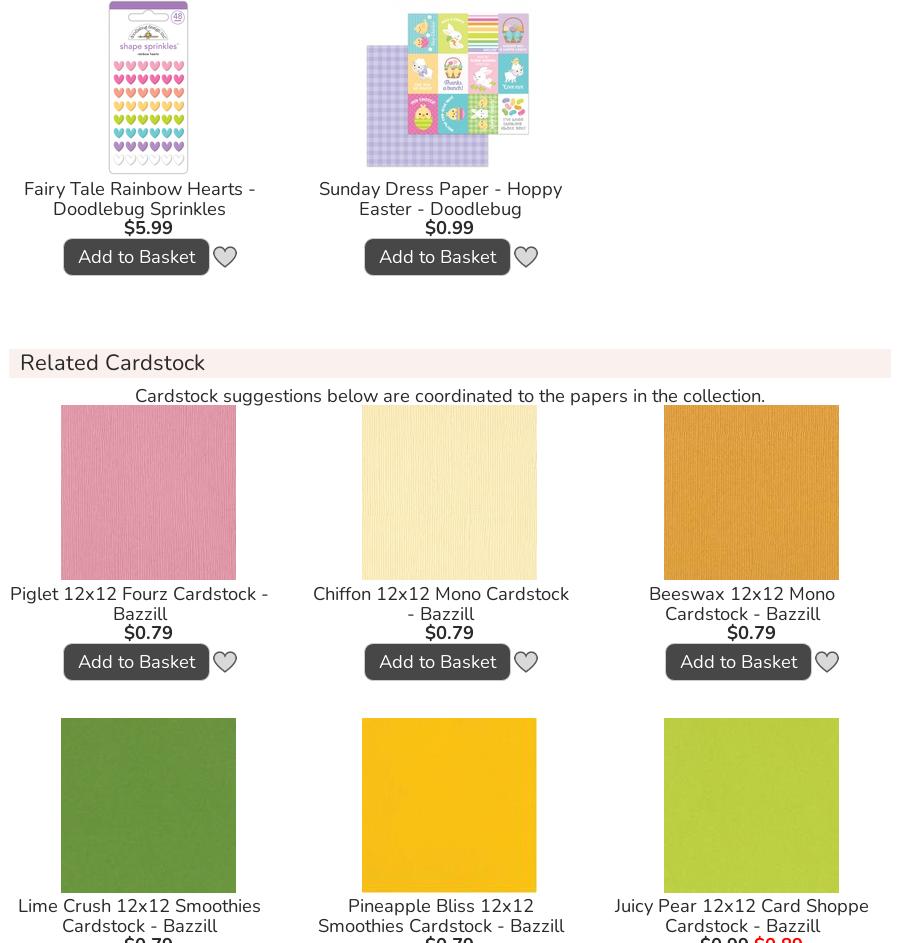 The height and width of the screenshot is (943, 902). Describe the element at coordinates (741, 601) in the screenshot. I see `'Beeswax 12x12 Mono Cardstock - Bazzill'` at that location.